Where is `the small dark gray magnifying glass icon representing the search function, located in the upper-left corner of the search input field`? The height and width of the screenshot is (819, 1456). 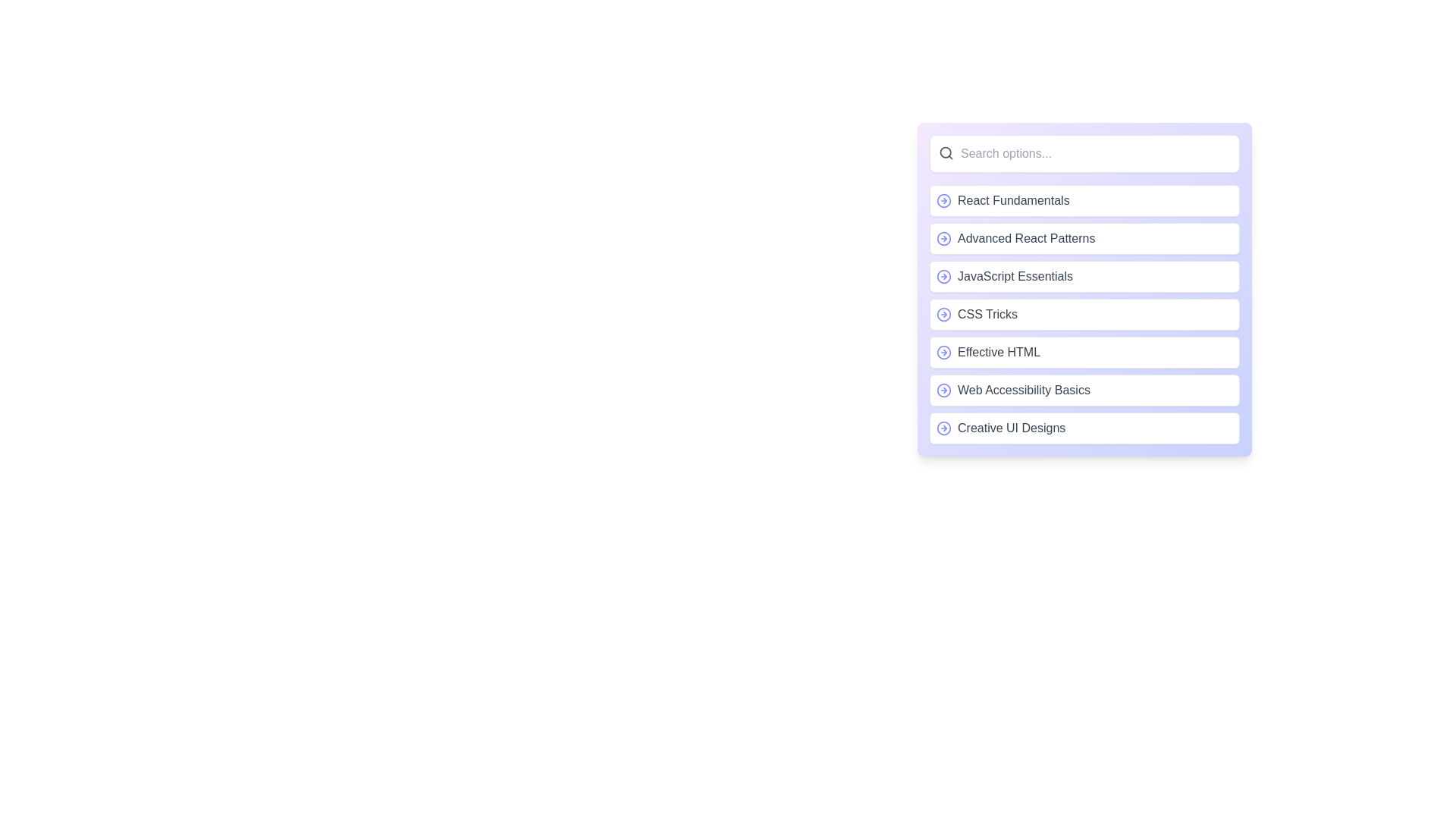 the small dark gray magnifying glass icon representing the search function, located in the upper-left corner of the search input field is located at coordinates (946, 152).